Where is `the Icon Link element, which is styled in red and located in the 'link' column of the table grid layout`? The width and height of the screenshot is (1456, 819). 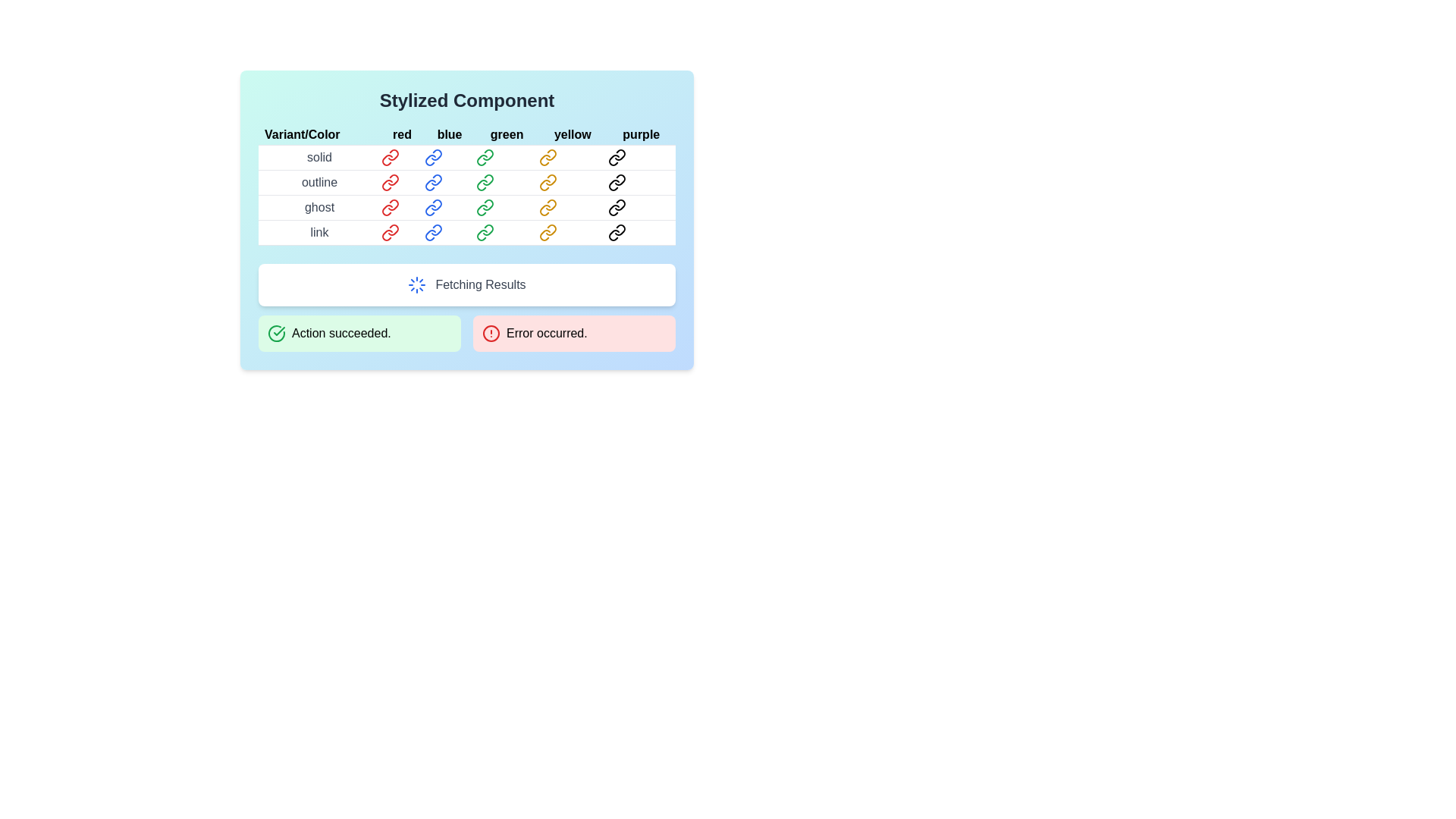
the Icon Link element, which is styled in red and located in the 'link' column of the table grid layout is located at coordinates (402, 233).